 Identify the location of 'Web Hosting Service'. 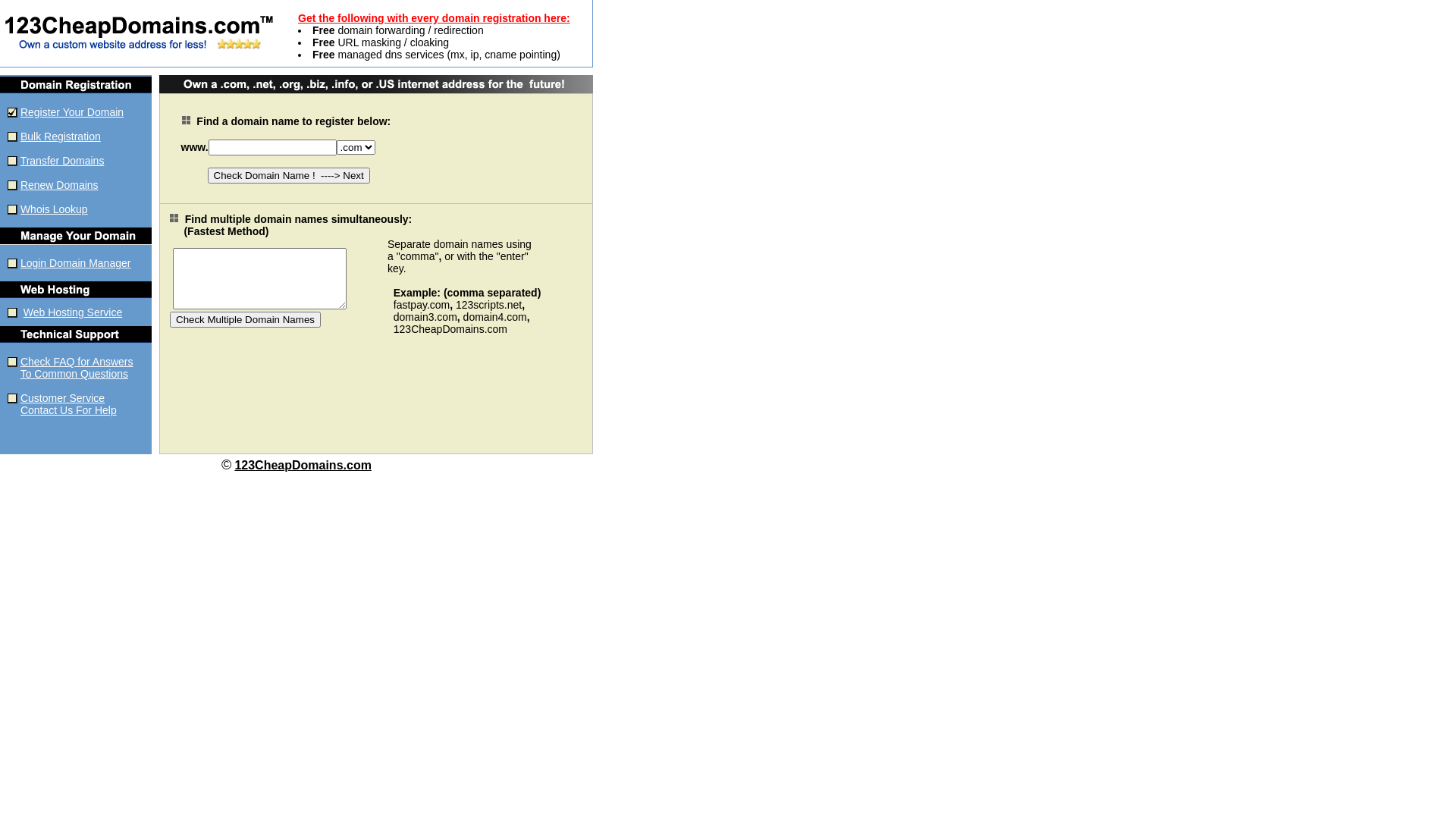
(72, 312).